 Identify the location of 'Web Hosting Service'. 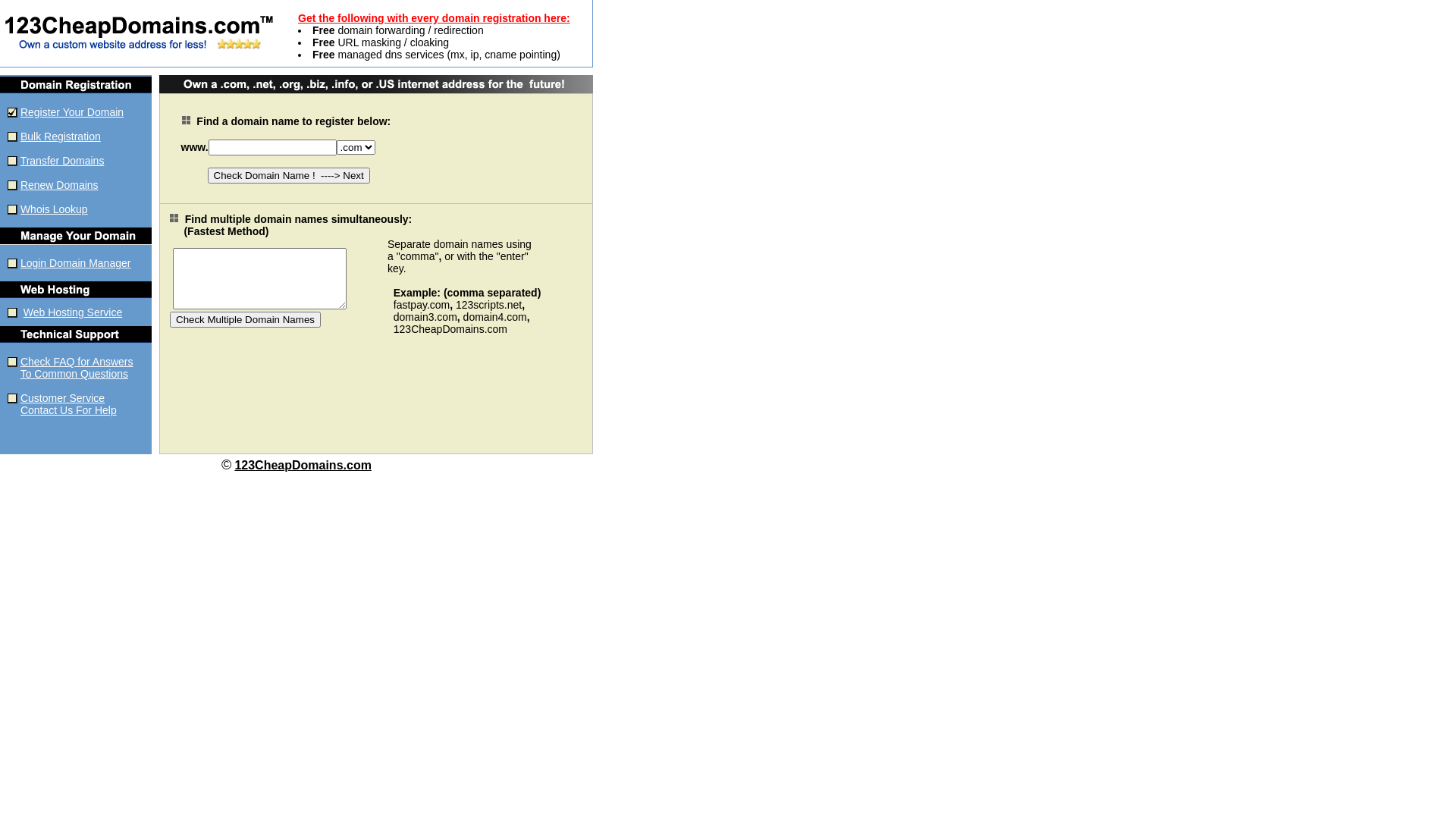
(72, 312).